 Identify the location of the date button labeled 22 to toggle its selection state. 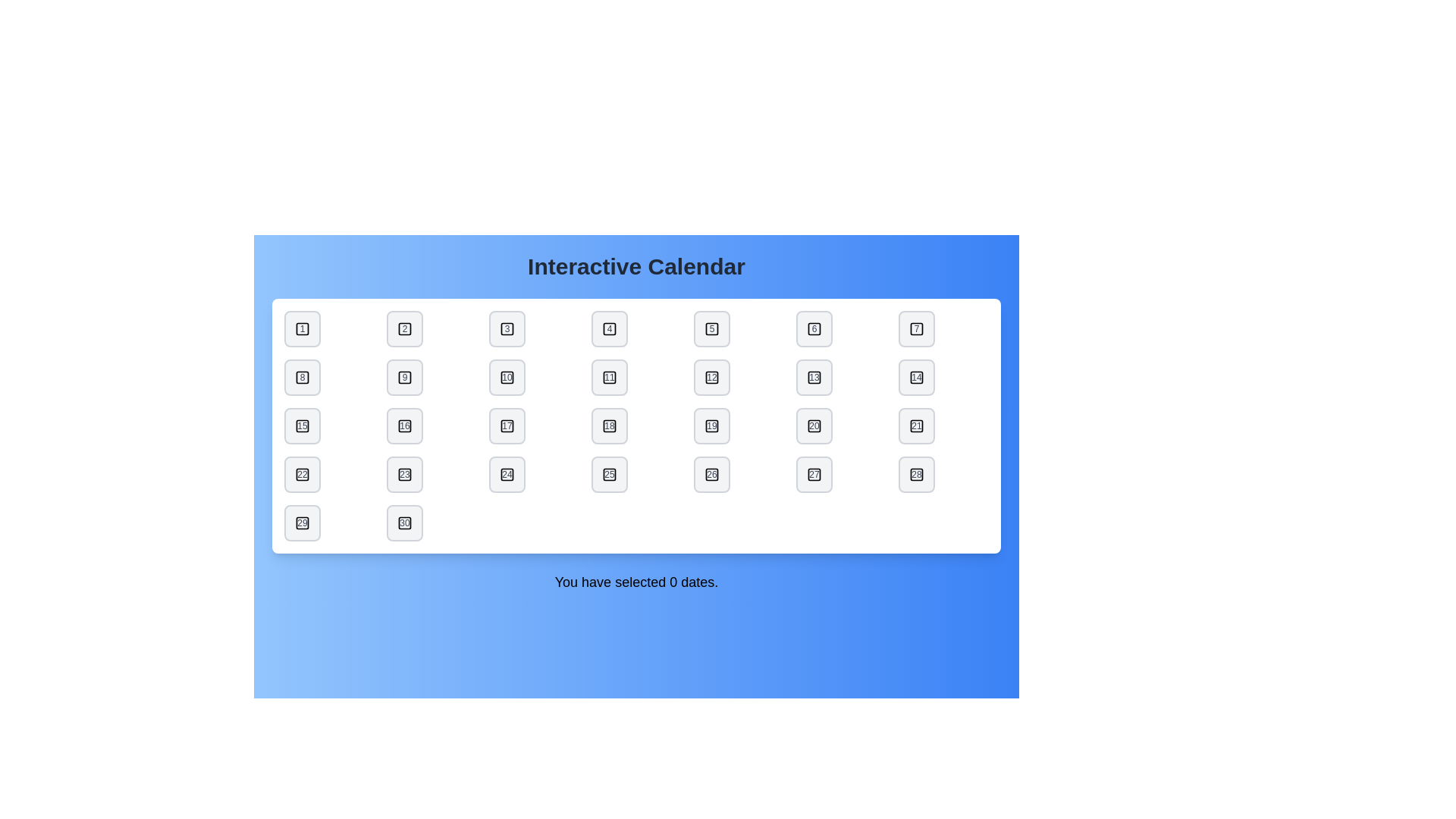
(302, 473).